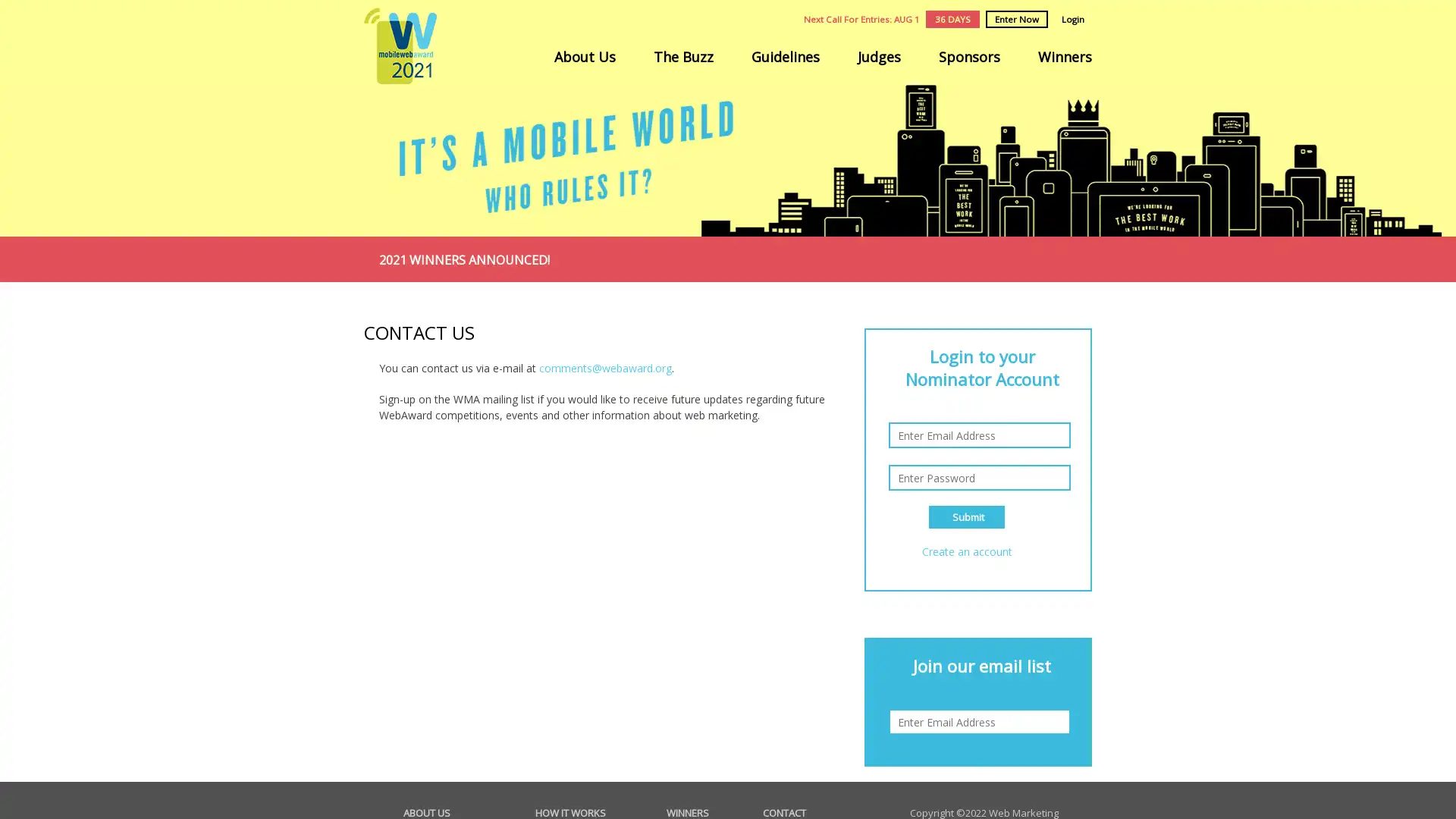 This screenshot has width=1456, height=819. Describe the element at coordinates (966, 516) in the screenshot. I see `Submit` at that location.